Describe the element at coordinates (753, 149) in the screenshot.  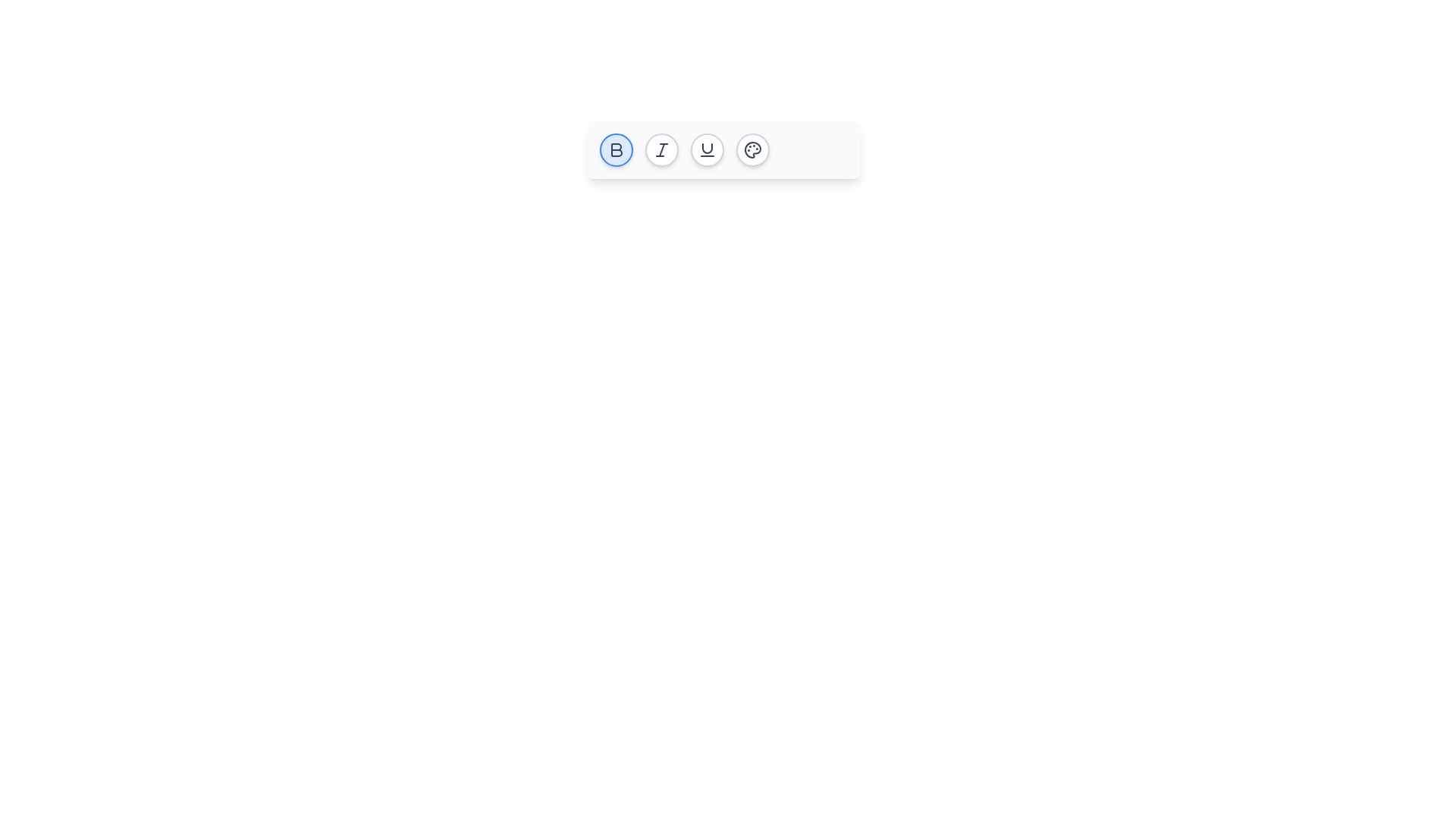
I see `the fourth icon in the toolbar at the top center of the interface` at that location.